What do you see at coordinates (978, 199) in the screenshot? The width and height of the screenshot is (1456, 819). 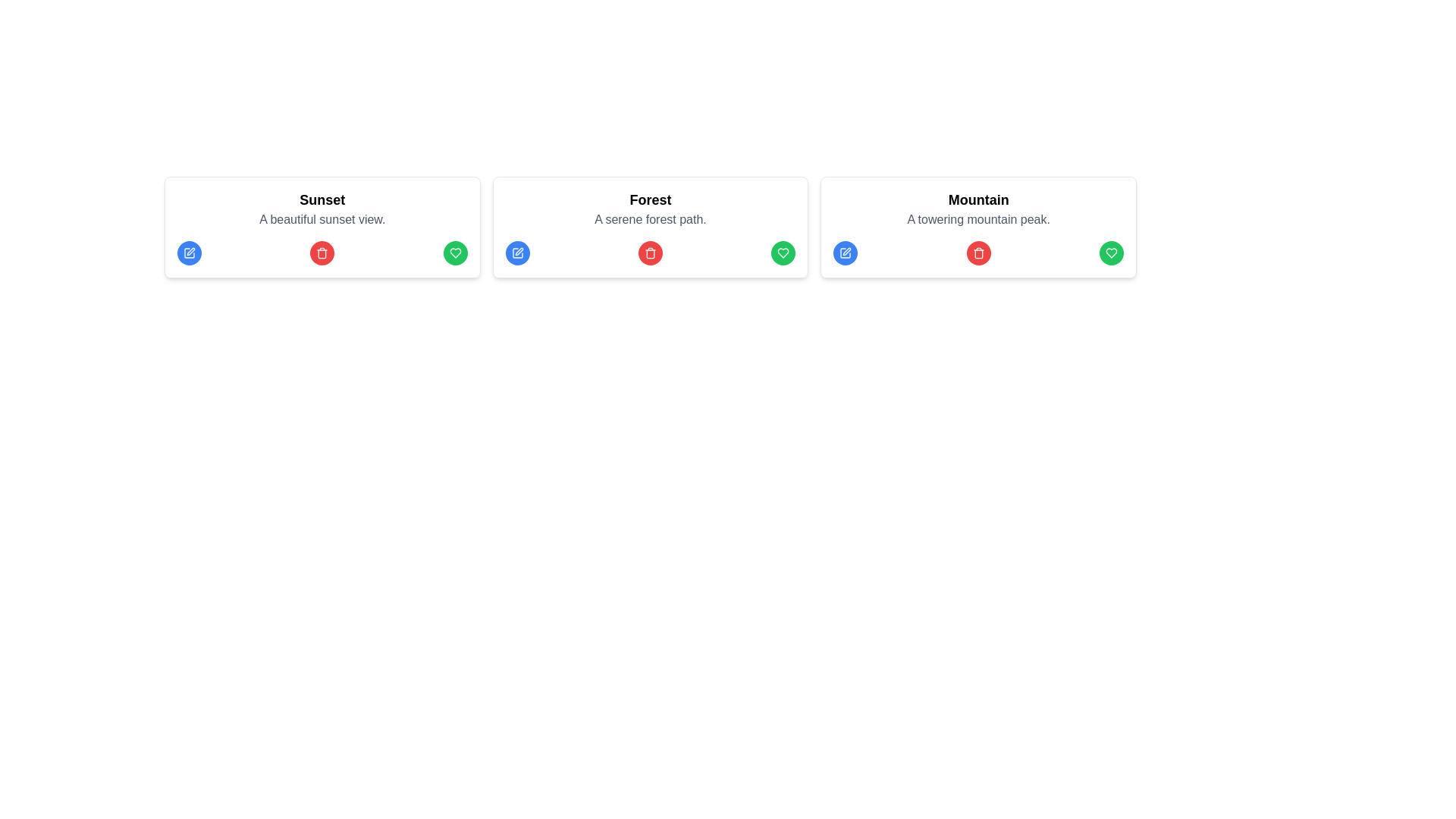 I see `the static text label at the top of the third card, which serves as the title for the card's content about a mountain peak` at bounding box center [978, 199].